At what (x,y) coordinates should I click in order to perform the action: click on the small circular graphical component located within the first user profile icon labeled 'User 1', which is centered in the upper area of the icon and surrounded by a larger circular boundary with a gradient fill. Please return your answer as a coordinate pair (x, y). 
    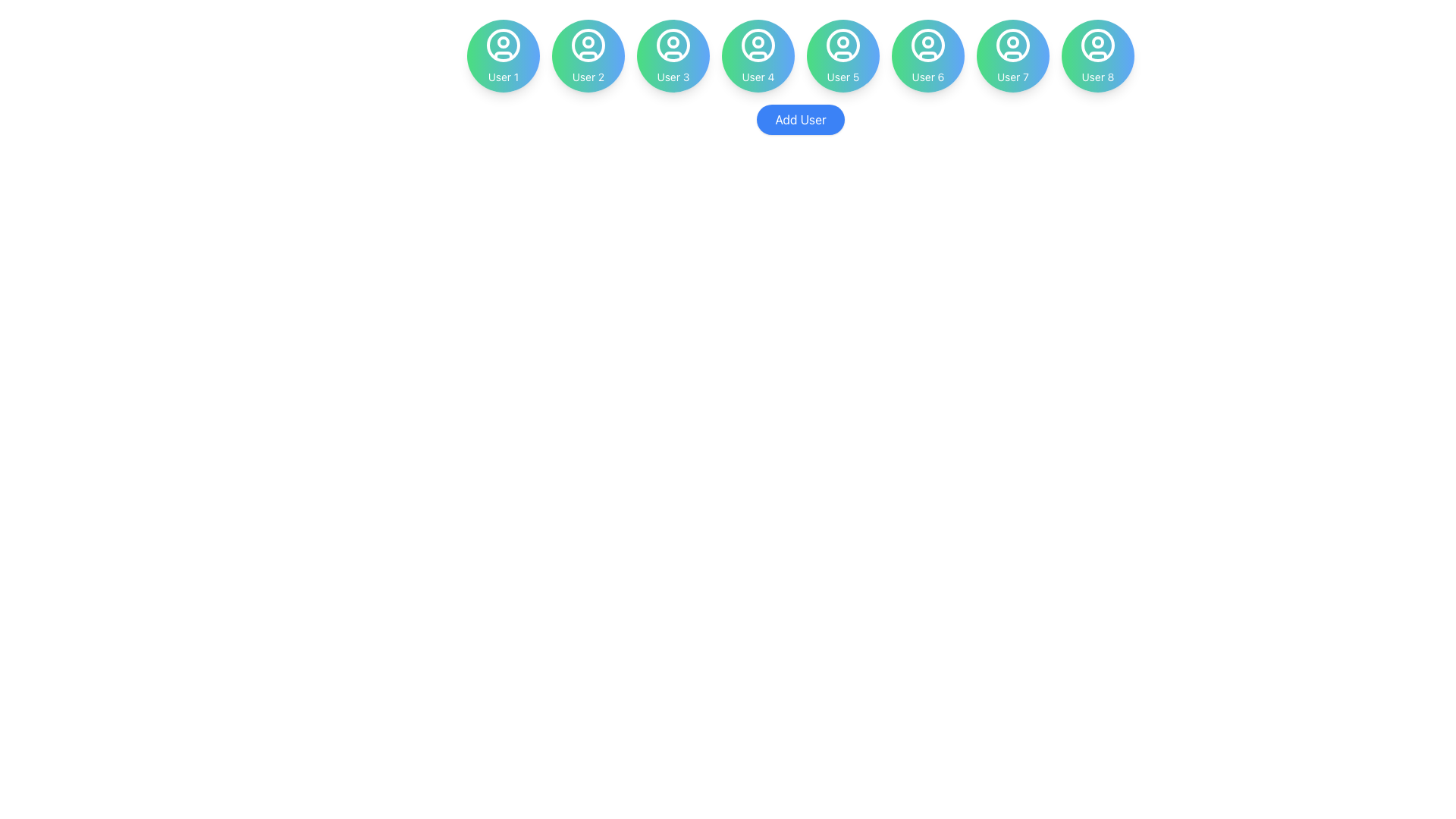
    Looking at the image, I should click on (503, 42).